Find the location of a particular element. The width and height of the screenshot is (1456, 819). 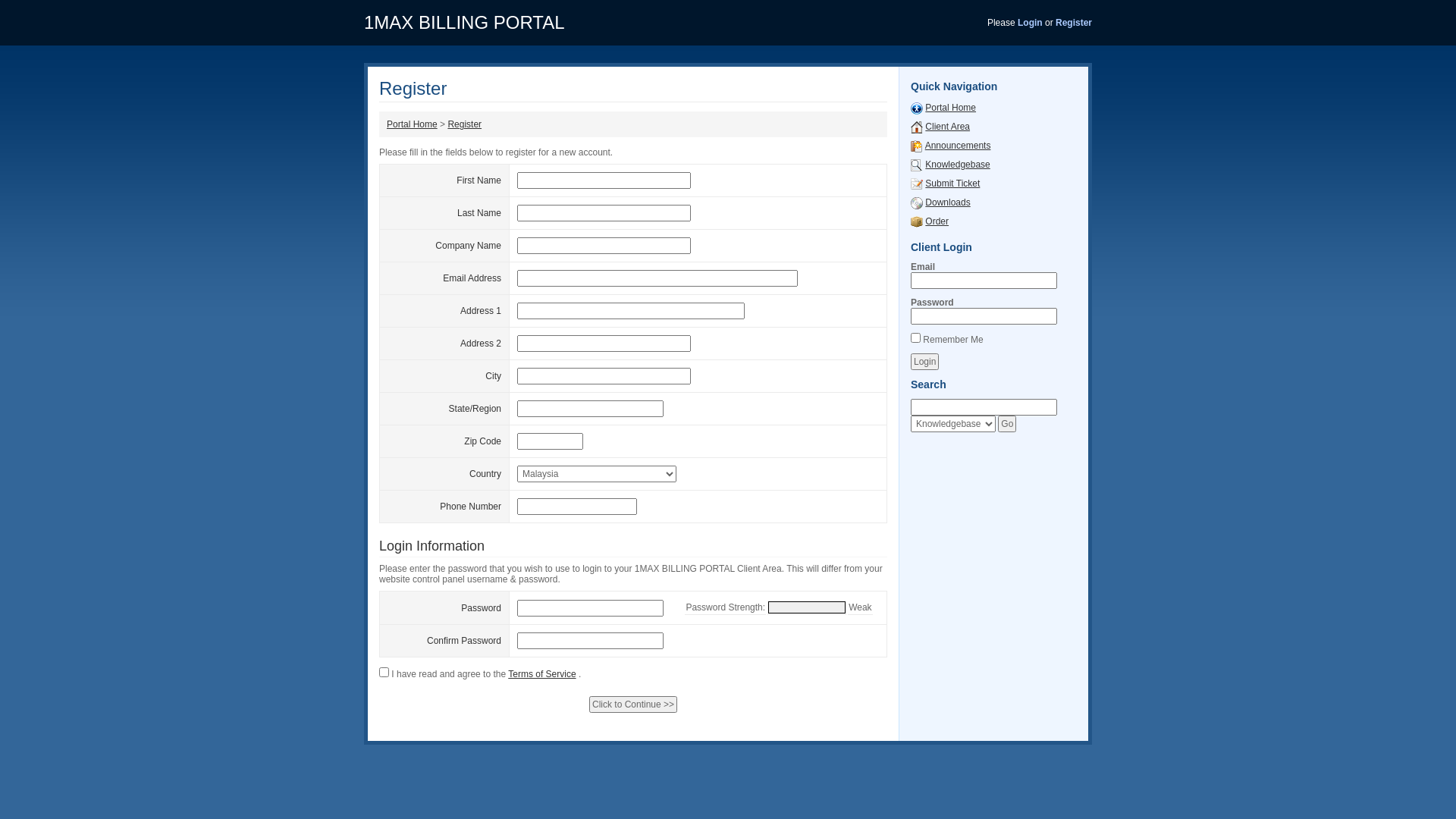

'Portal Home' is located at coordinates (412, 124).